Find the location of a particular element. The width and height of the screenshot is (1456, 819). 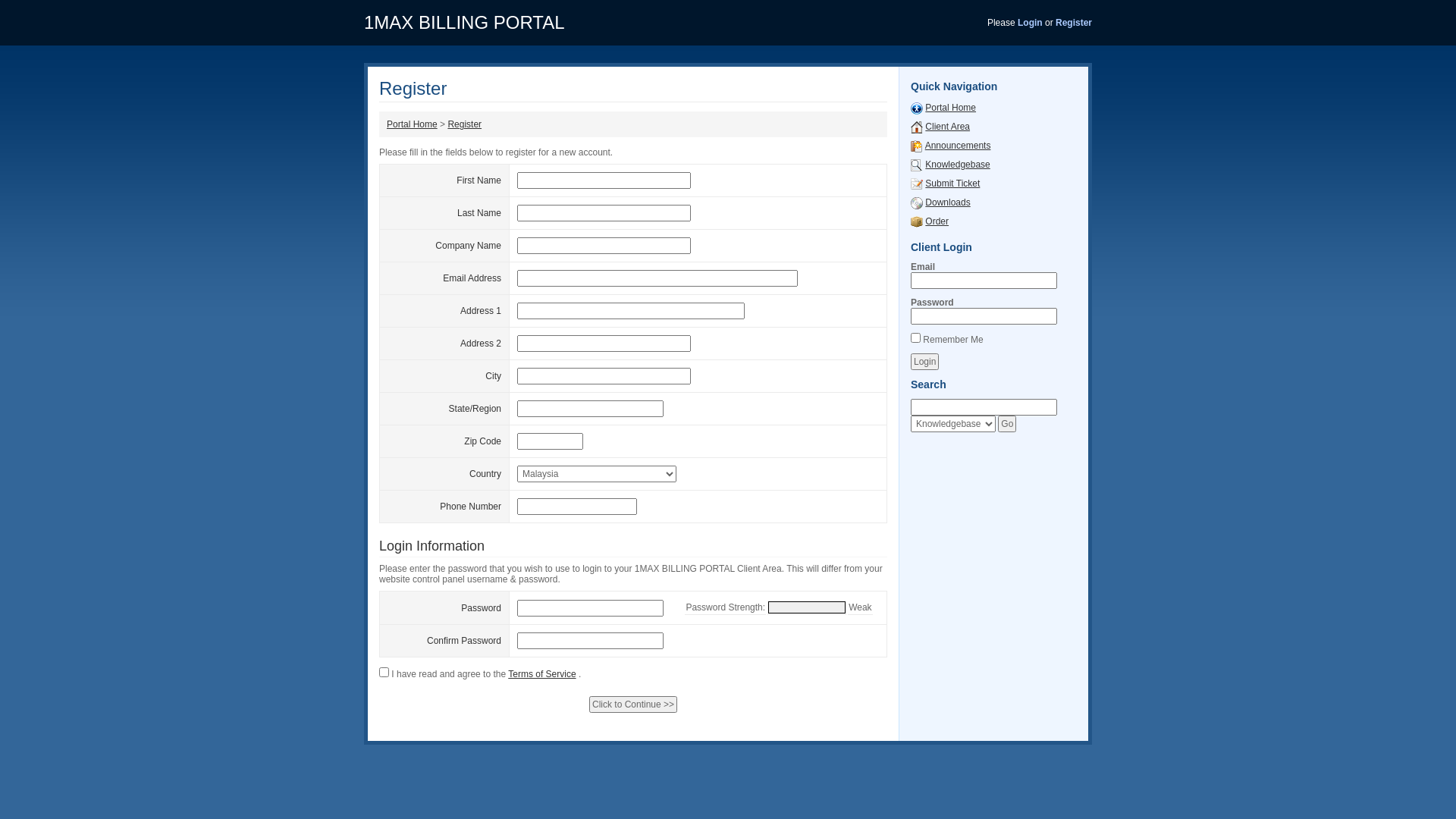

'Portal Home' is located at coordinates (412, 124).